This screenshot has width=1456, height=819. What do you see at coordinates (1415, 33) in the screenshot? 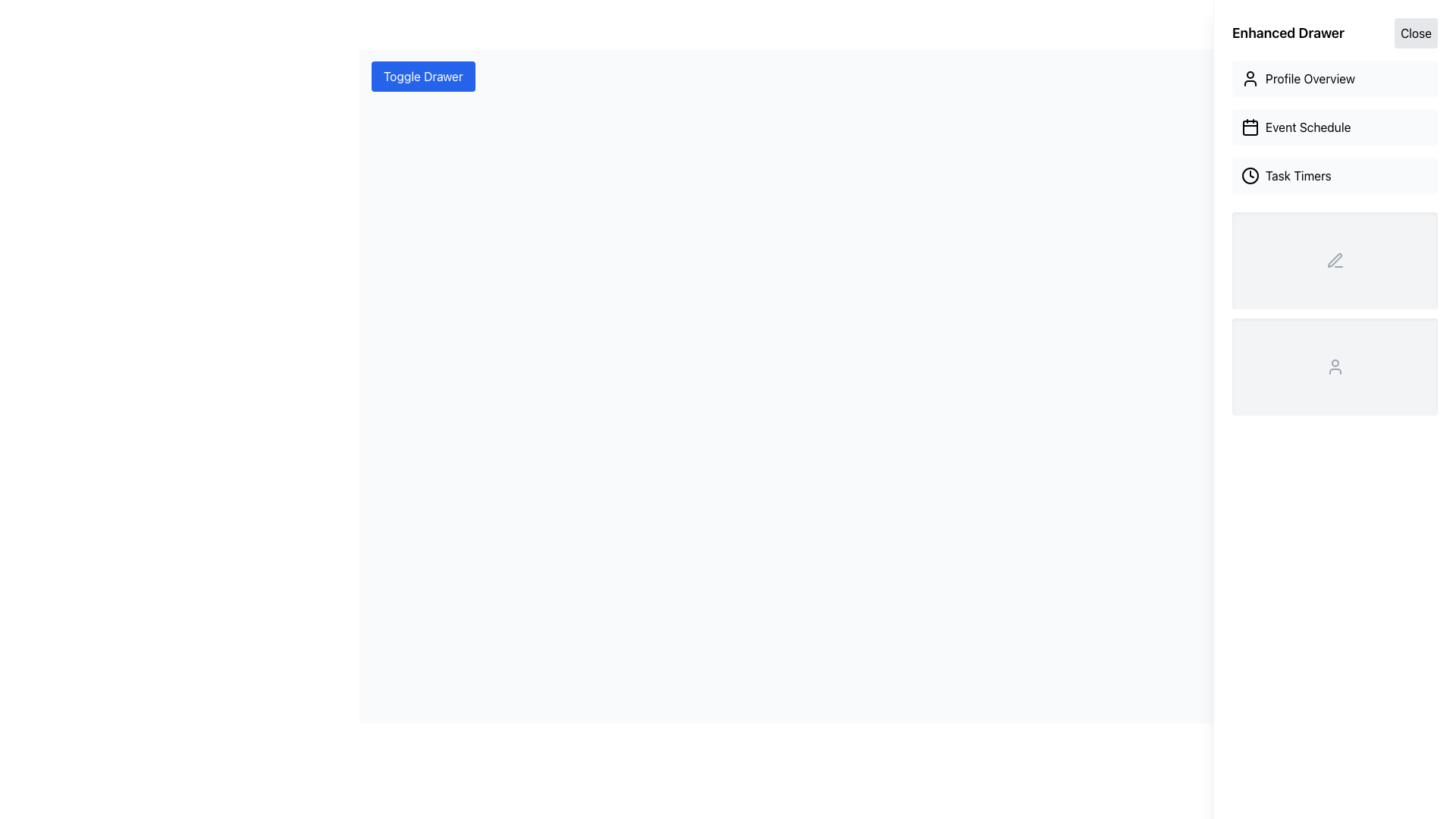
I see `the 'Close' button in the top-right corner of the 'Enhanced Drawer' panel` at bounding box center [1415, 33].